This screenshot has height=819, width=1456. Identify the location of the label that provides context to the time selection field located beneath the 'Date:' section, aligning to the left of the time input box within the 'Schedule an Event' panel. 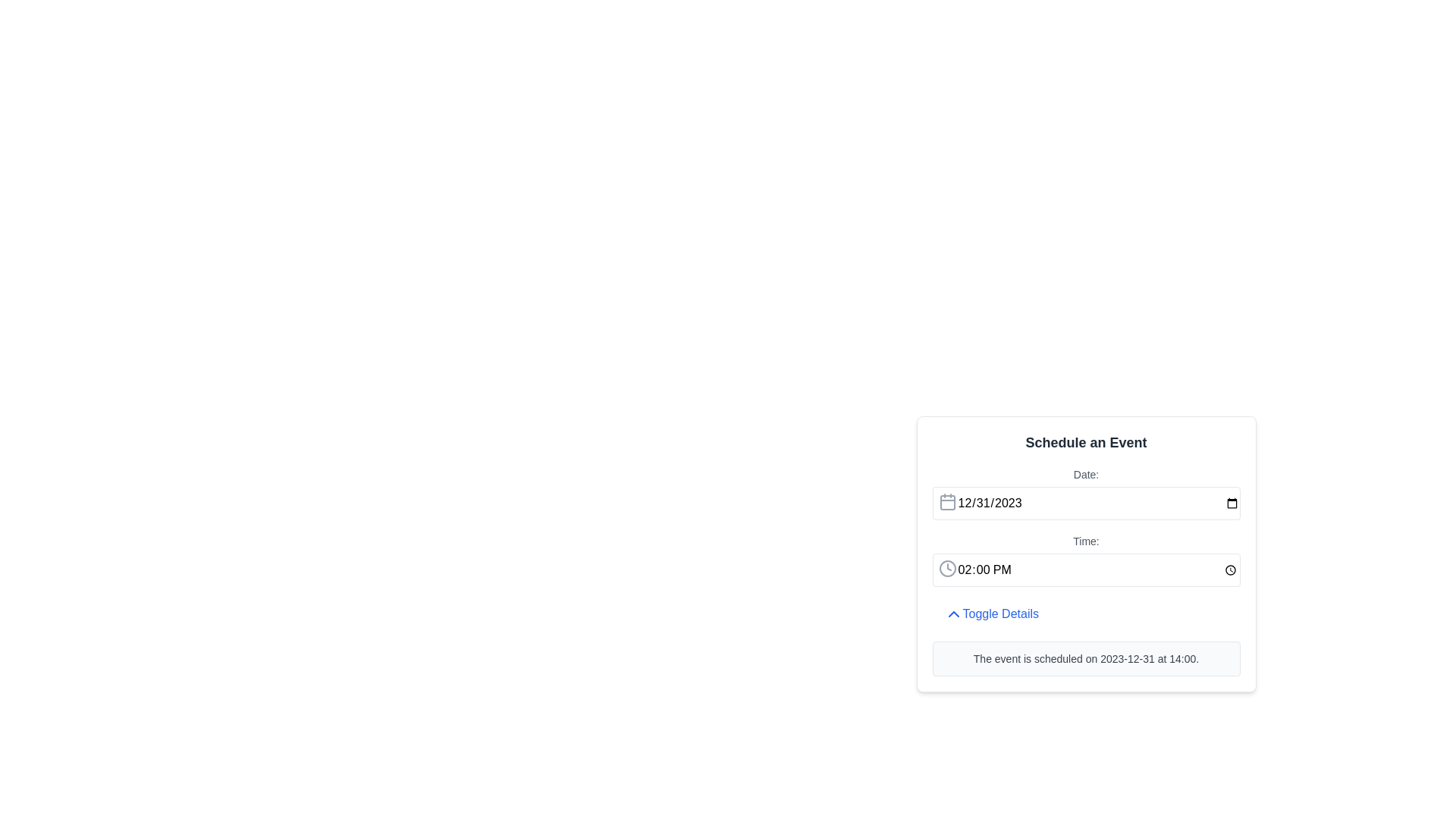
(1085, 540).